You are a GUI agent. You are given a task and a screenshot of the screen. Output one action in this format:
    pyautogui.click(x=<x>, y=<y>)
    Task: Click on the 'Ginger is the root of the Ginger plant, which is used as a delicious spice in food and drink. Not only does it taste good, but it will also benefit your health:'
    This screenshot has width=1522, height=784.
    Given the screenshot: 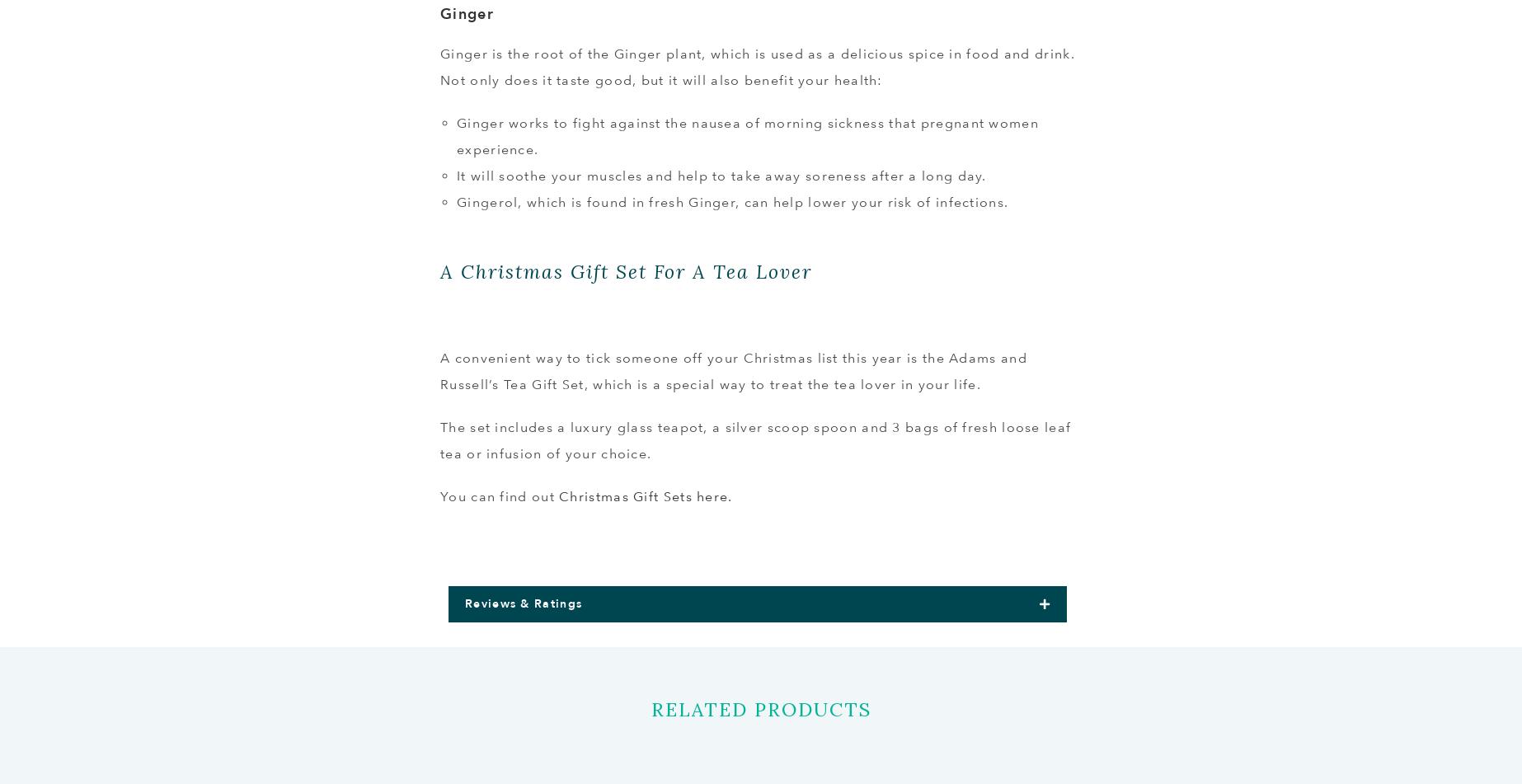 What is the action you would take?
    pyautogui.click(x=756, y=67)
    